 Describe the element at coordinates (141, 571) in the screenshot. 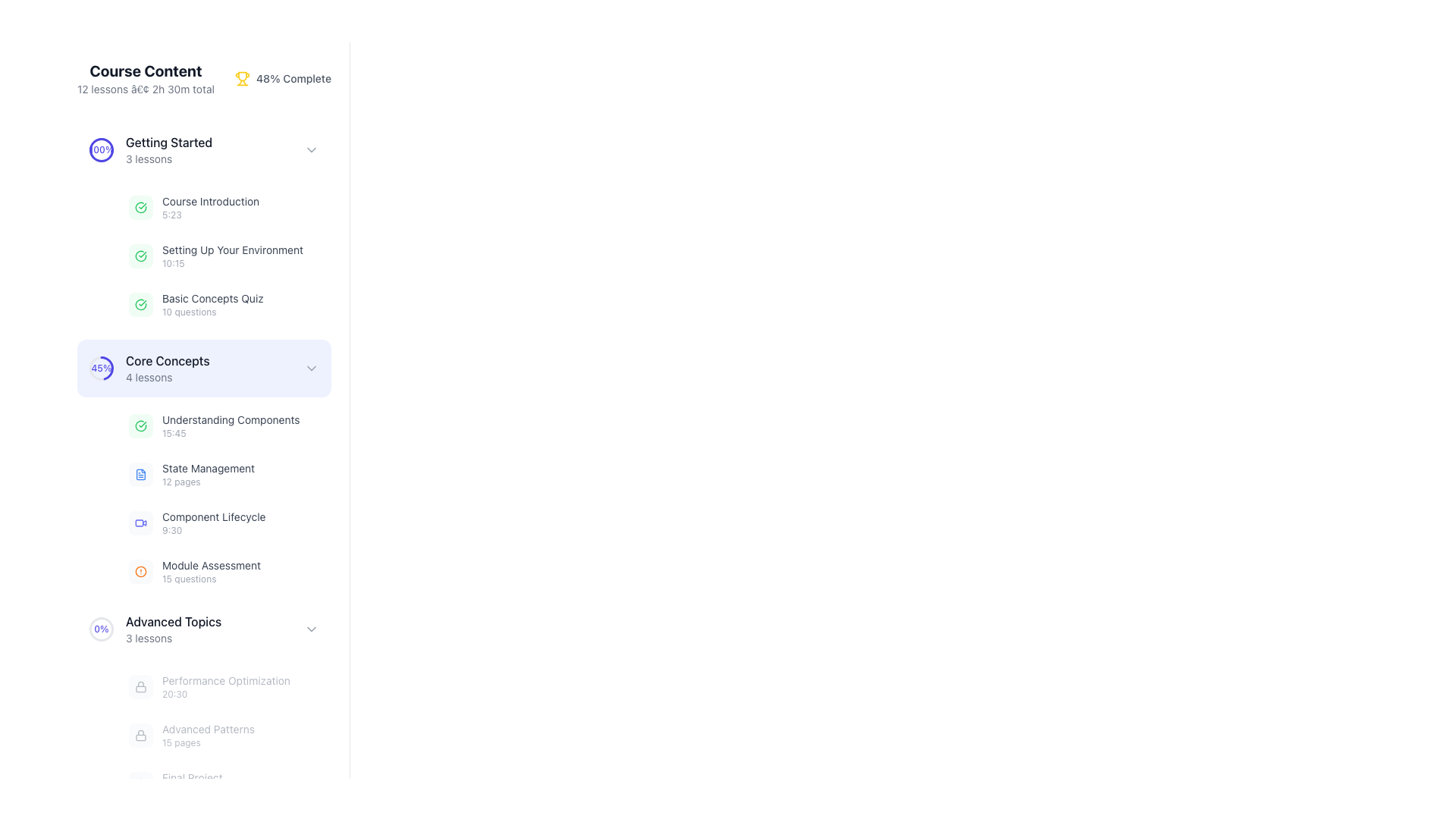

I see `the graphical circle icon, which serves as a visual marker within an alert or warning icon in the sidebar panel` at that location.